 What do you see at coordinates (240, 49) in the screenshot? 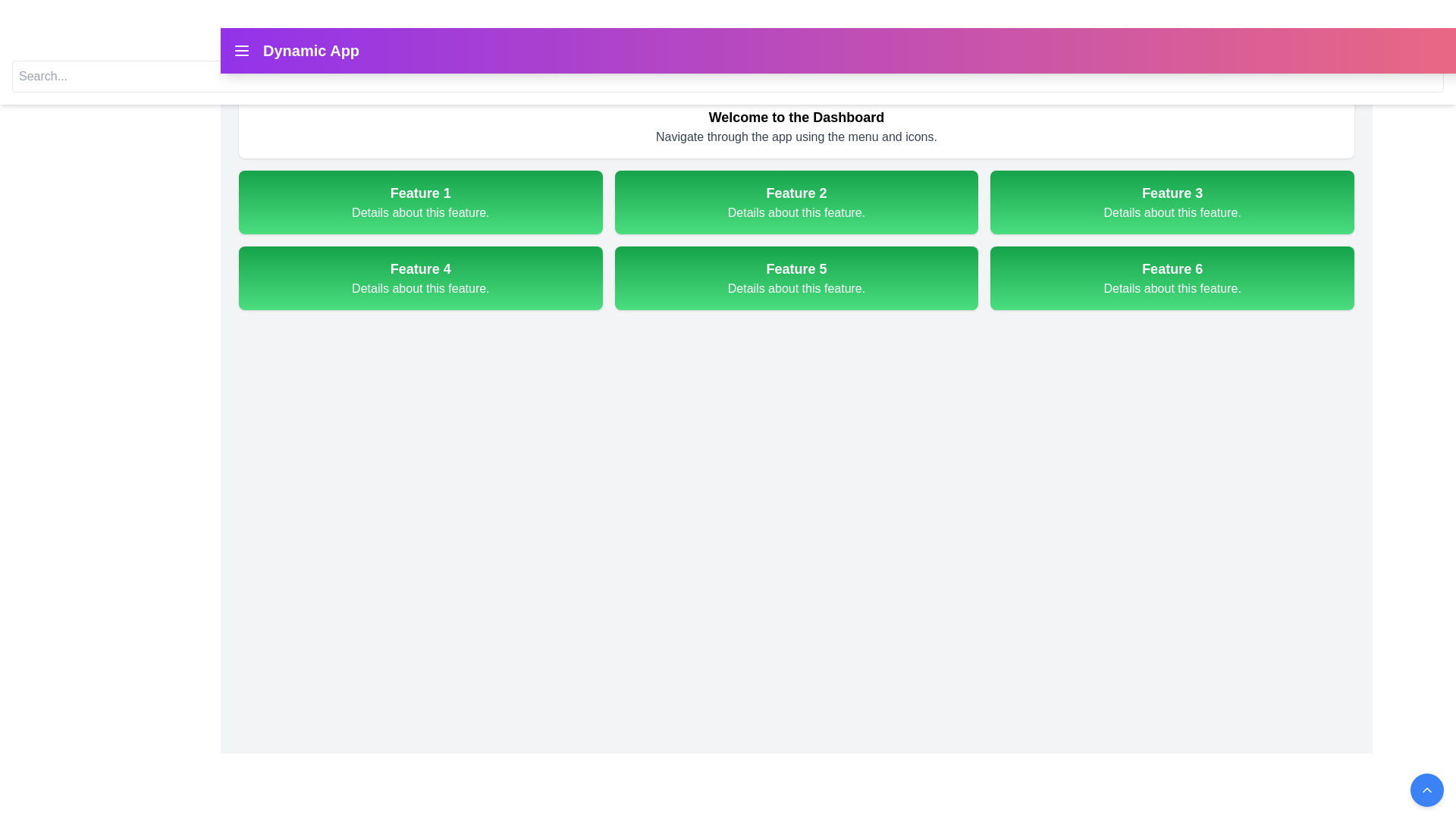
I see `the menu icon, which is a triple-lined icon with a white foreground and purple background, located in the top header bar to the left of 'Dynamic App'` at bounding box center [240, 49].